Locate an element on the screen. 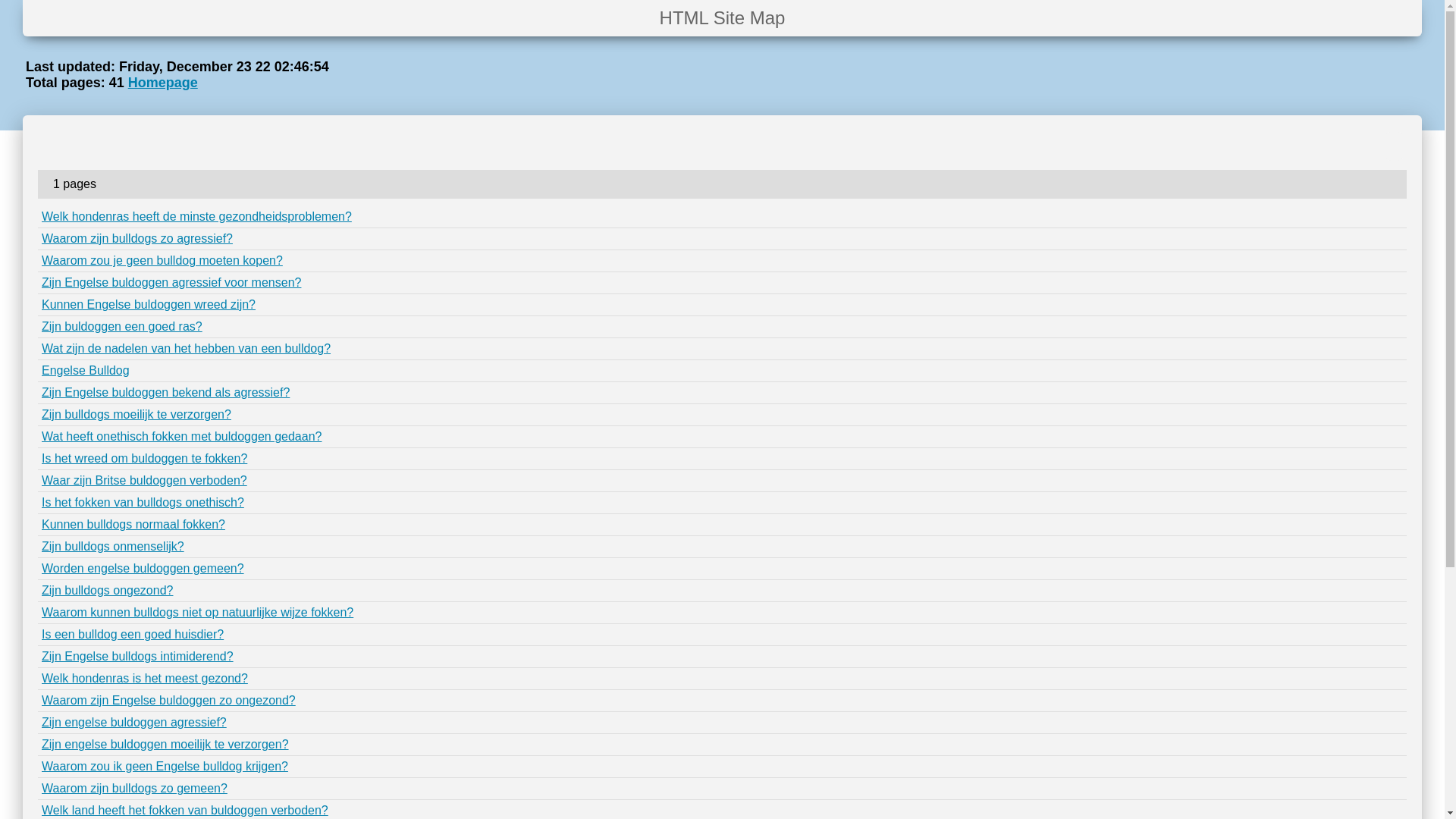 This screenshot has width=1456, height=819. 'Welk hondenras is het meest gezond?' is located at coordinates (145, 677).